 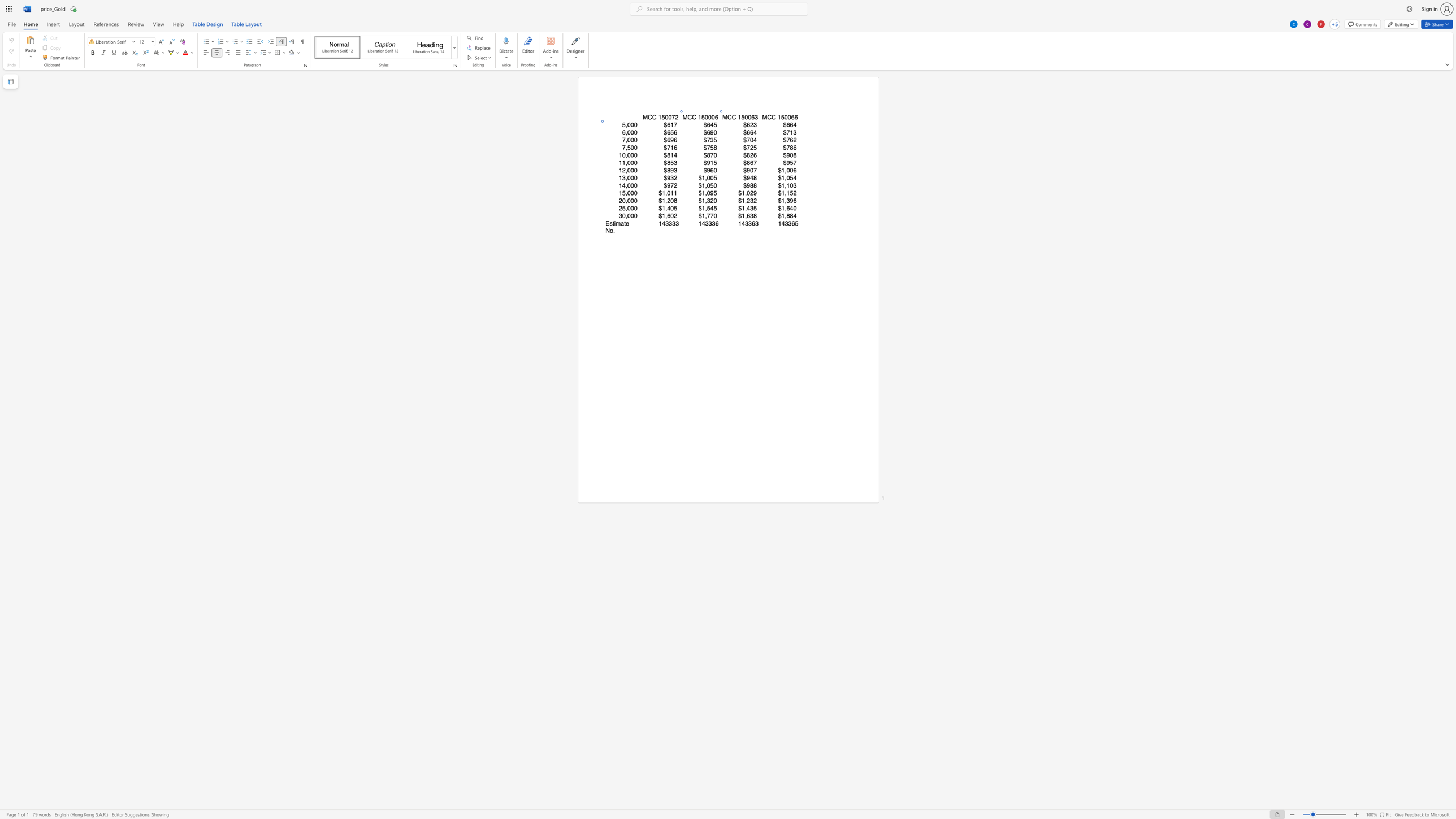 What do you see at coordinates (742, 117) in the screenshot?
I see `the 1th character "5" in the text` at bounding box center [742, 117].